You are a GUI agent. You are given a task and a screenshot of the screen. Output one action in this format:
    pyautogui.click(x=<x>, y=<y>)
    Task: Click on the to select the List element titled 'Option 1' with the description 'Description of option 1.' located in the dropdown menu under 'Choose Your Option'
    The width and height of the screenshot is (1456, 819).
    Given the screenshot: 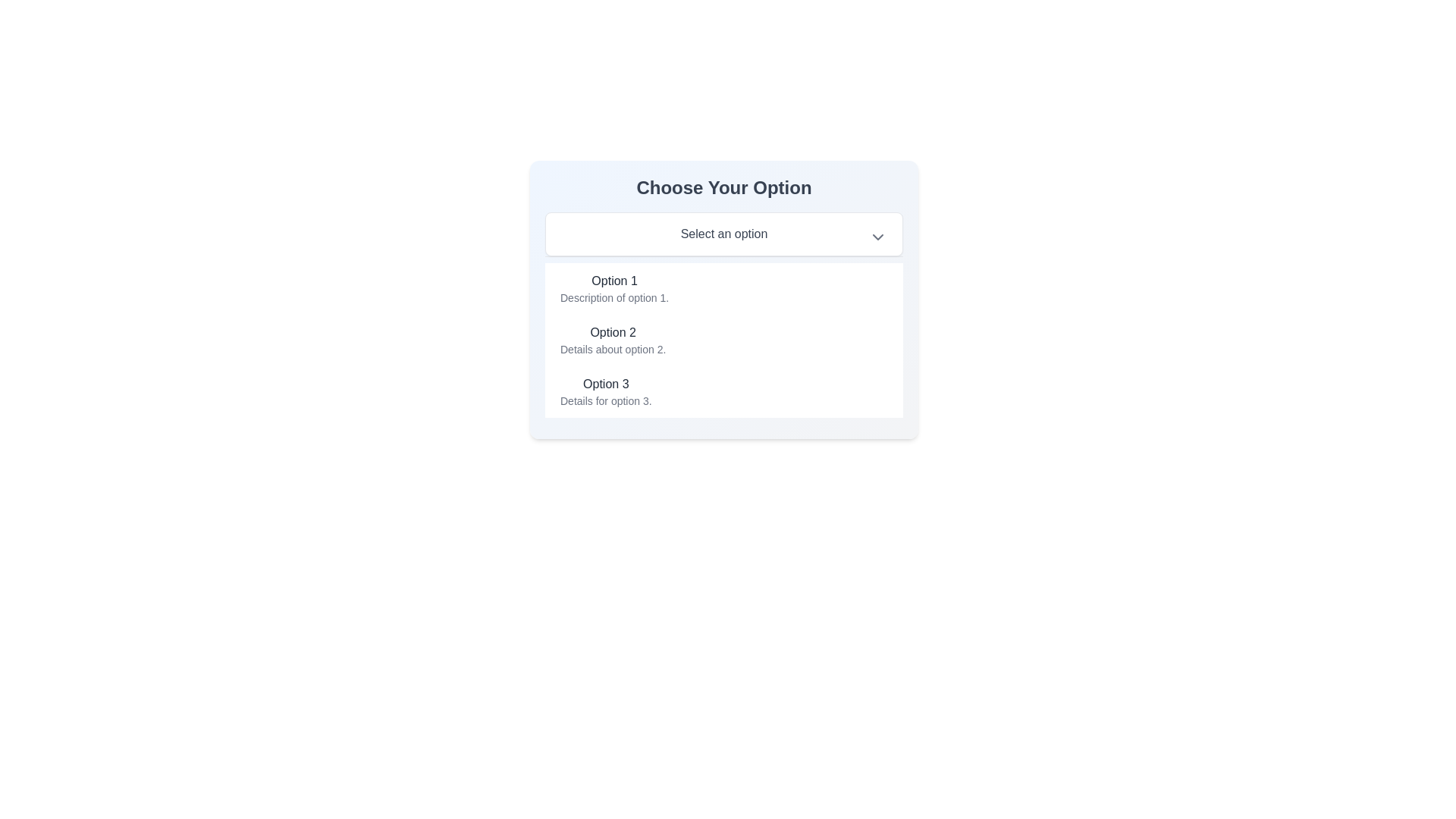 What is the action you would take?
    pyautogui.click(x=614, y=289)
    